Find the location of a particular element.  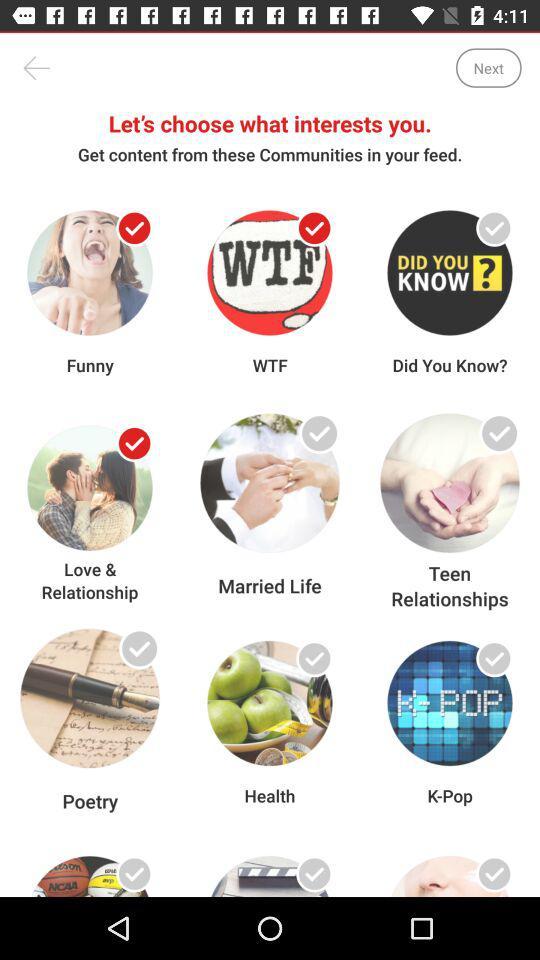

icon is located at coordinates (493, 657).